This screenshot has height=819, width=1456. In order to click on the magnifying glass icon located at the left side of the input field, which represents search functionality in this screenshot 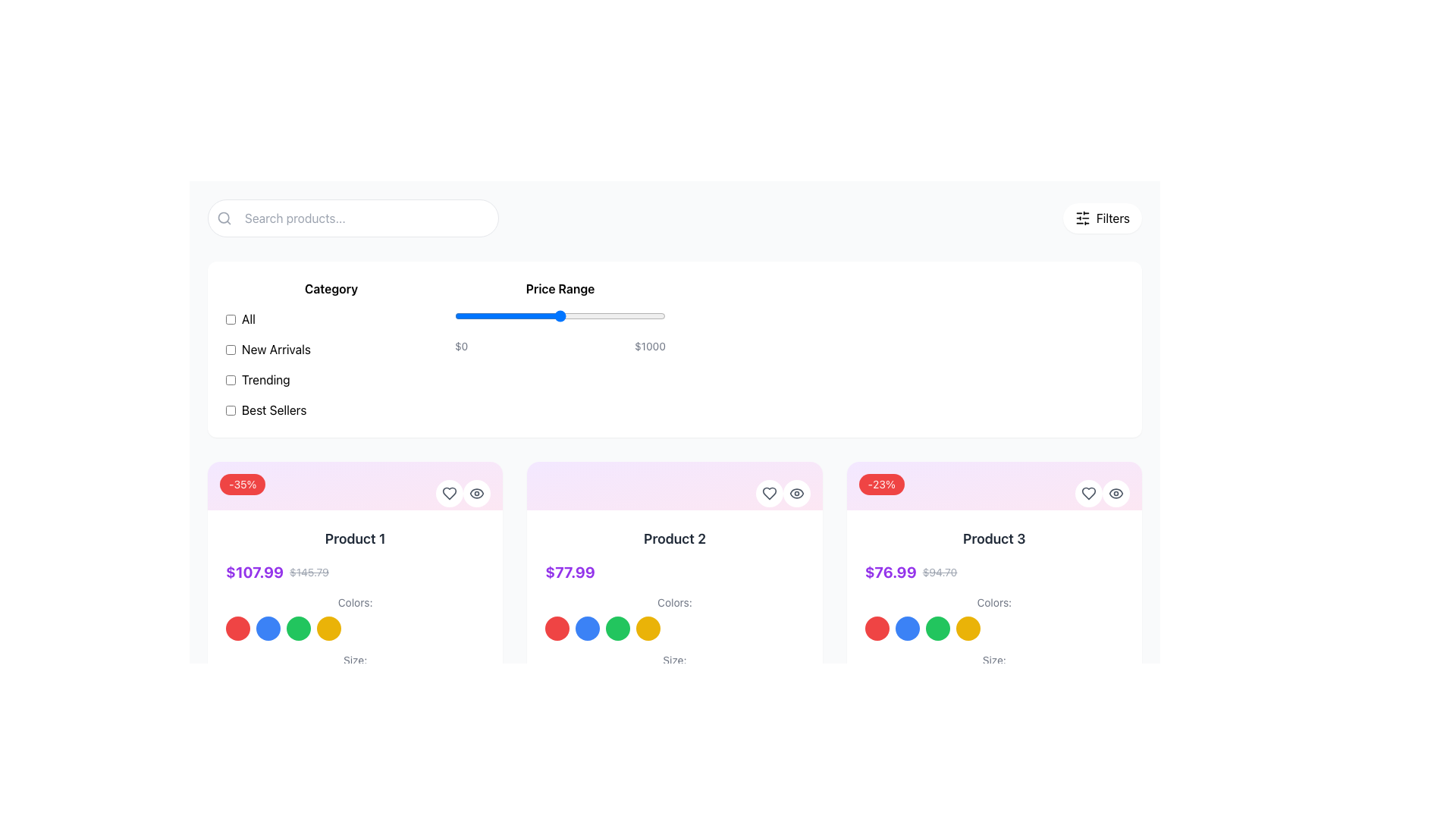, I will do `click(224, 218)`.